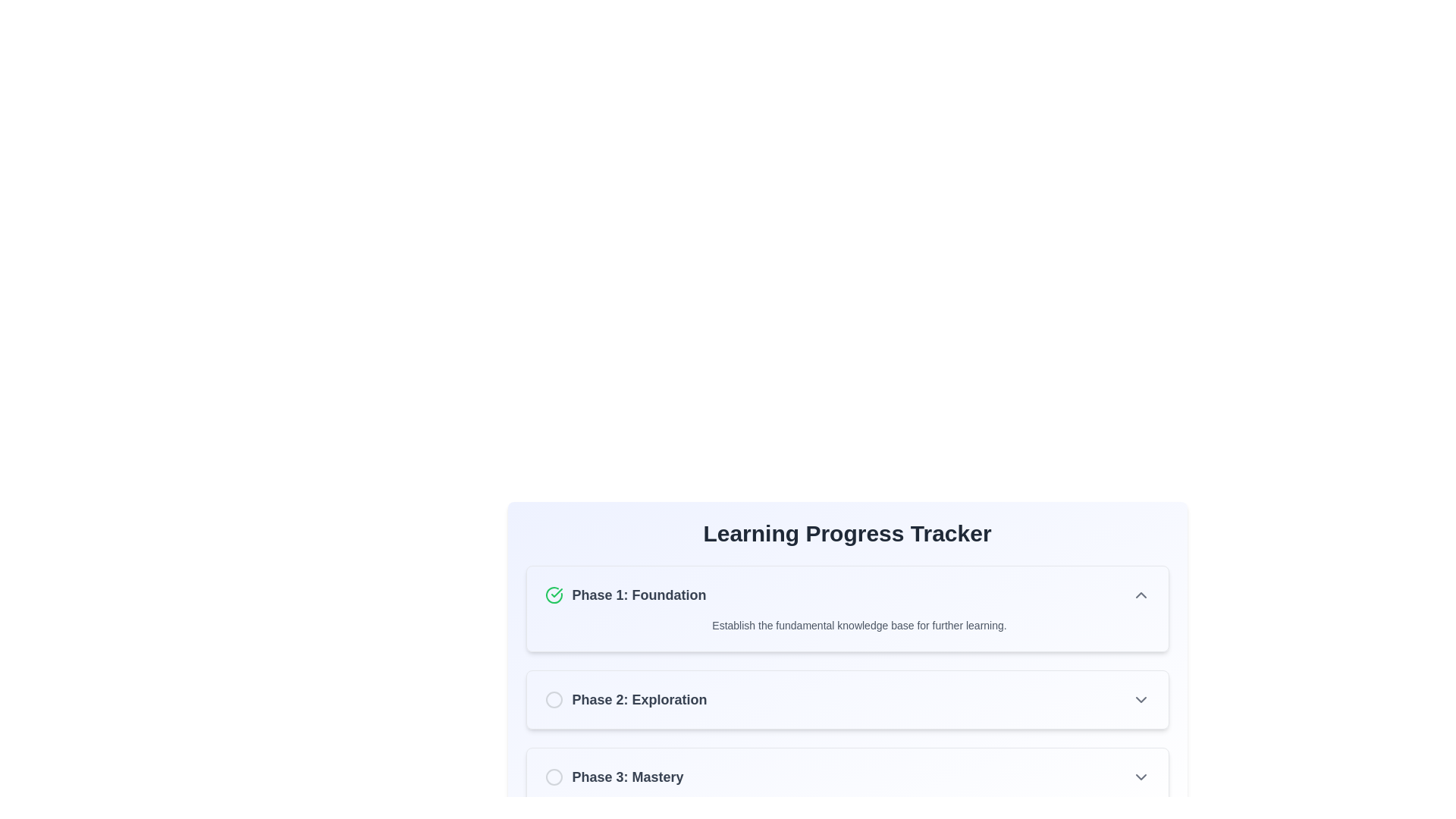 This screenshot has height=819, width=1456. I want to click on the checkmark icon indicating the completed state of 'Phase 1: Foundation' in the Learning Progress Tracker, so click(556, 592).